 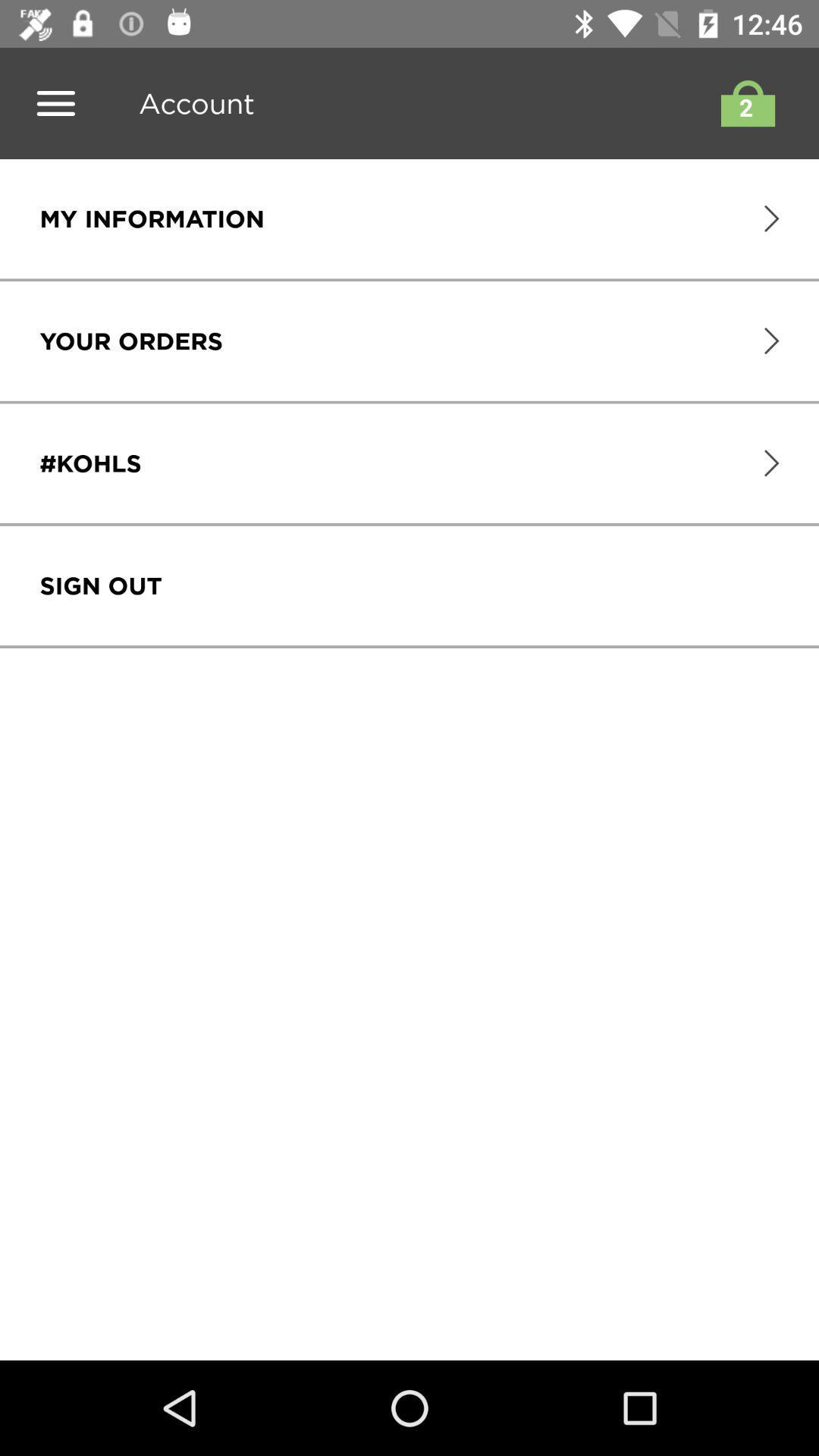 I want to click on the your orders icon, so click(x=130, y=340).